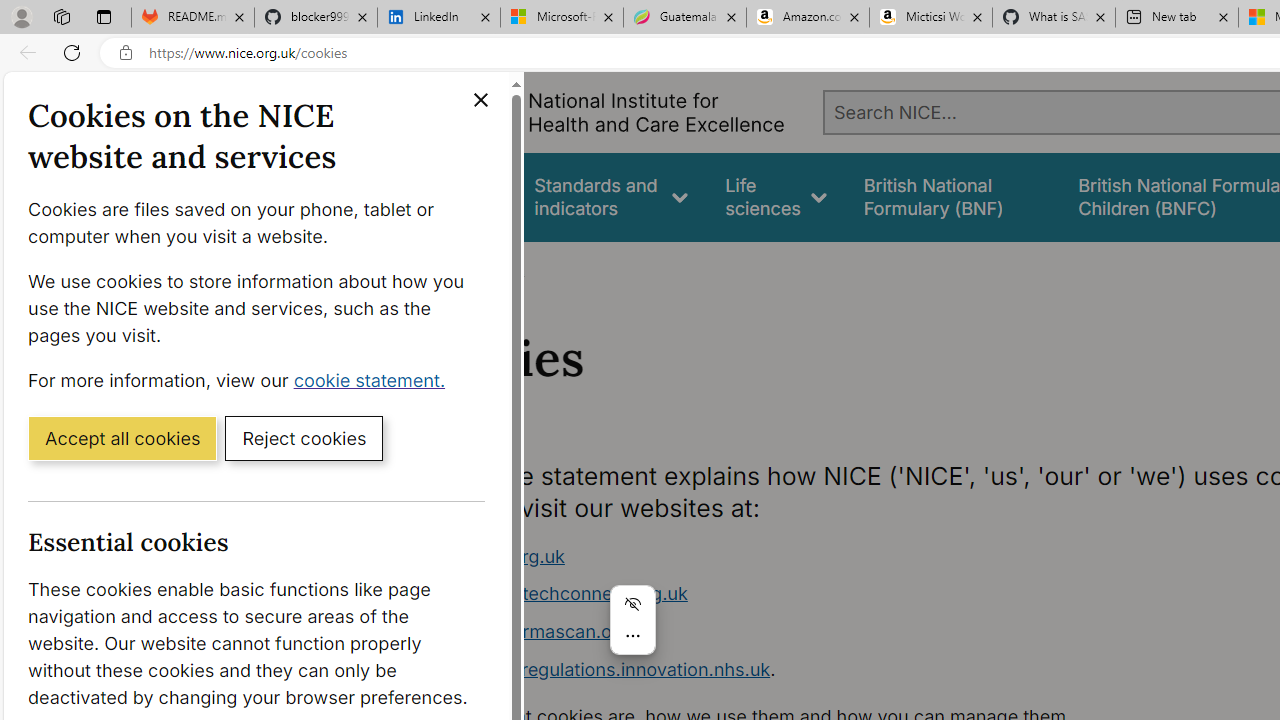  I want to click on 'Close cookie banner', so click(480, 100).